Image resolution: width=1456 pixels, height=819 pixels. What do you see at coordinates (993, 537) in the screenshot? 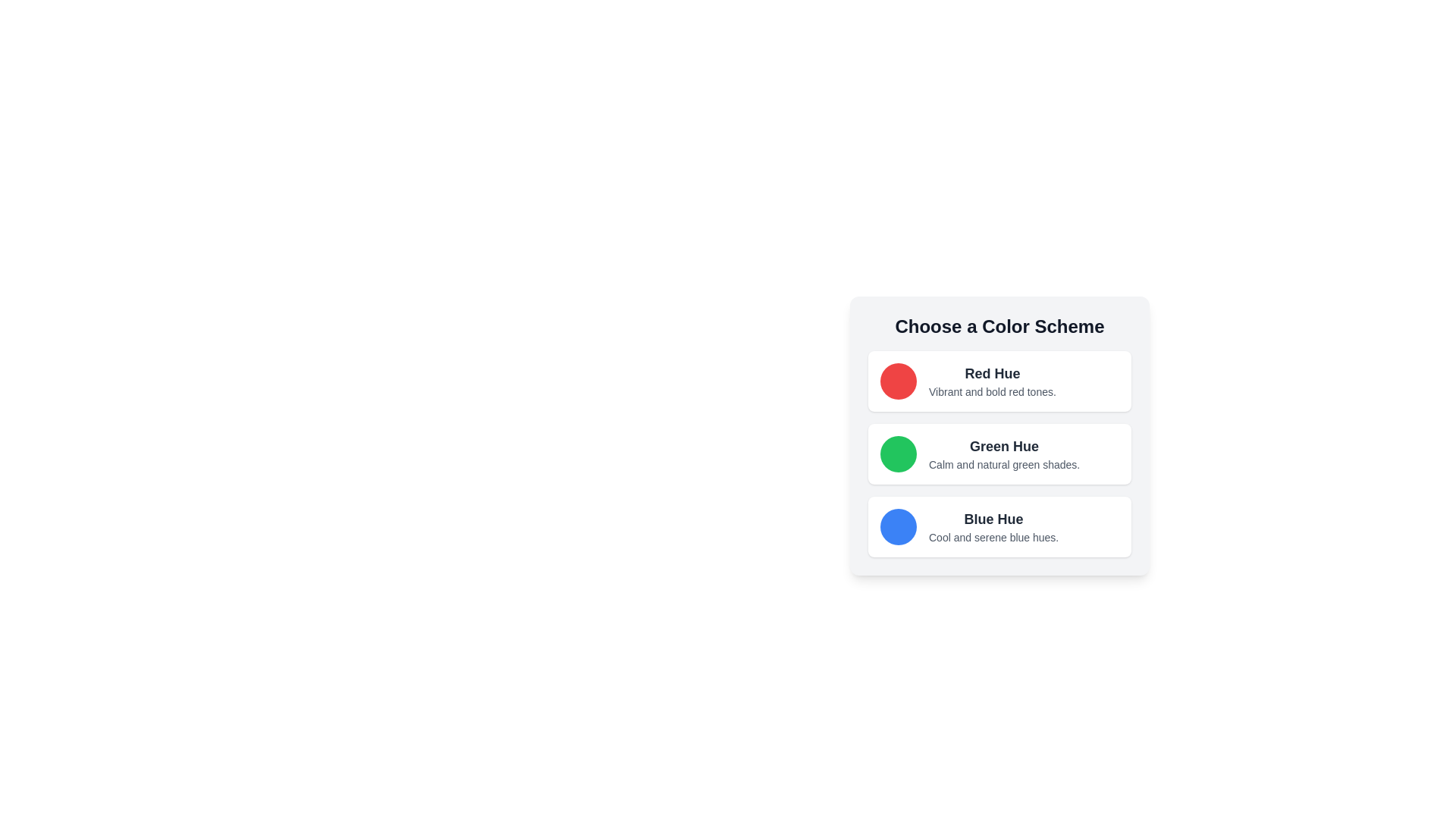
I see `descriptive subtitle text located directly below the 'Blue Hue' title in the color scheme selection card` at bounding box center [993, 537].